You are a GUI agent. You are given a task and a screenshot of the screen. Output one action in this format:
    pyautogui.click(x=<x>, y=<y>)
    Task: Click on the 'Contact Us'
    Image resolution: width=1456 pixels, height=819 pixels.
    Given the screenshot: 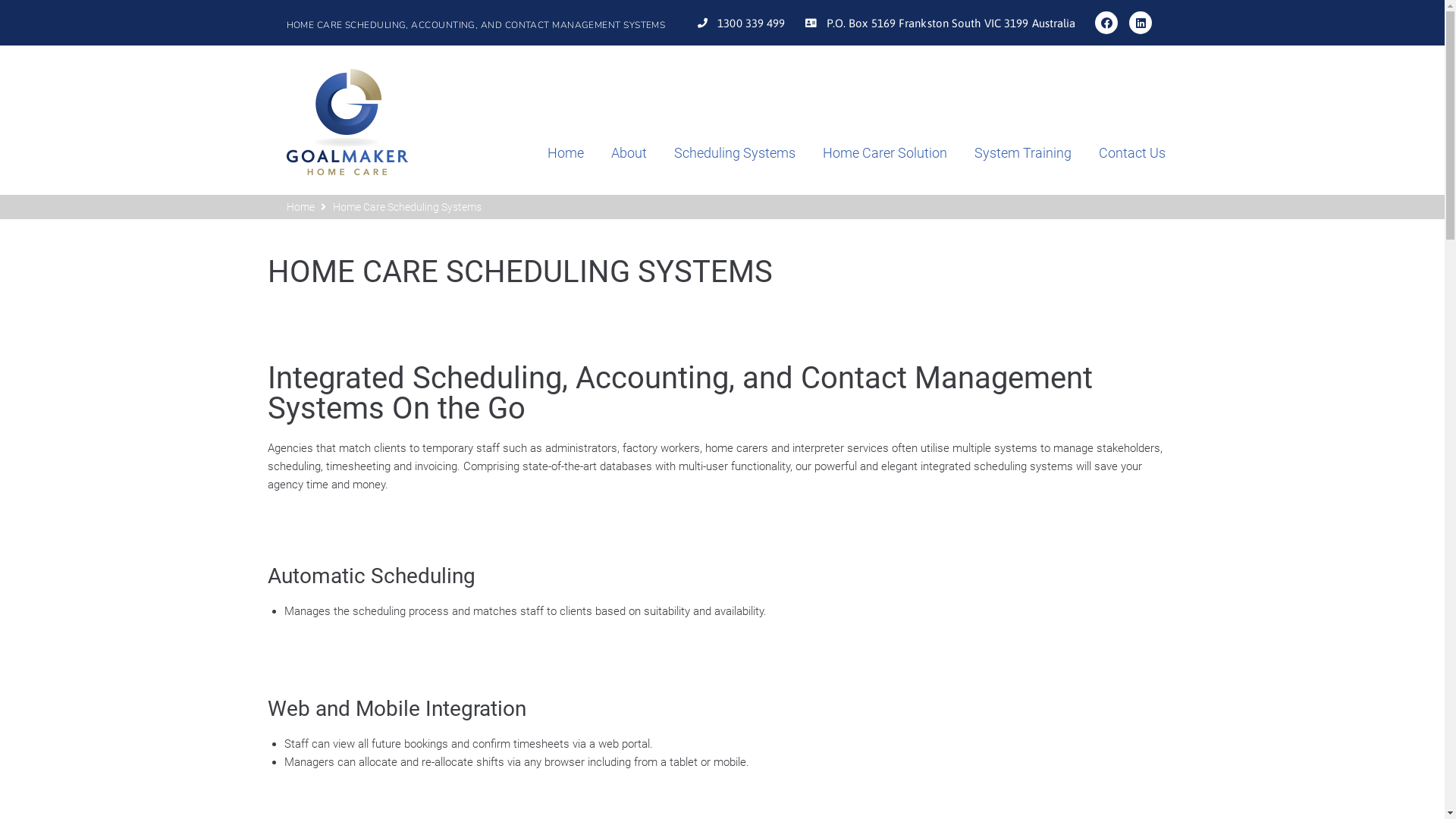 What is the action you would take?
    pyautogui.click(x=1118, y=153)
    